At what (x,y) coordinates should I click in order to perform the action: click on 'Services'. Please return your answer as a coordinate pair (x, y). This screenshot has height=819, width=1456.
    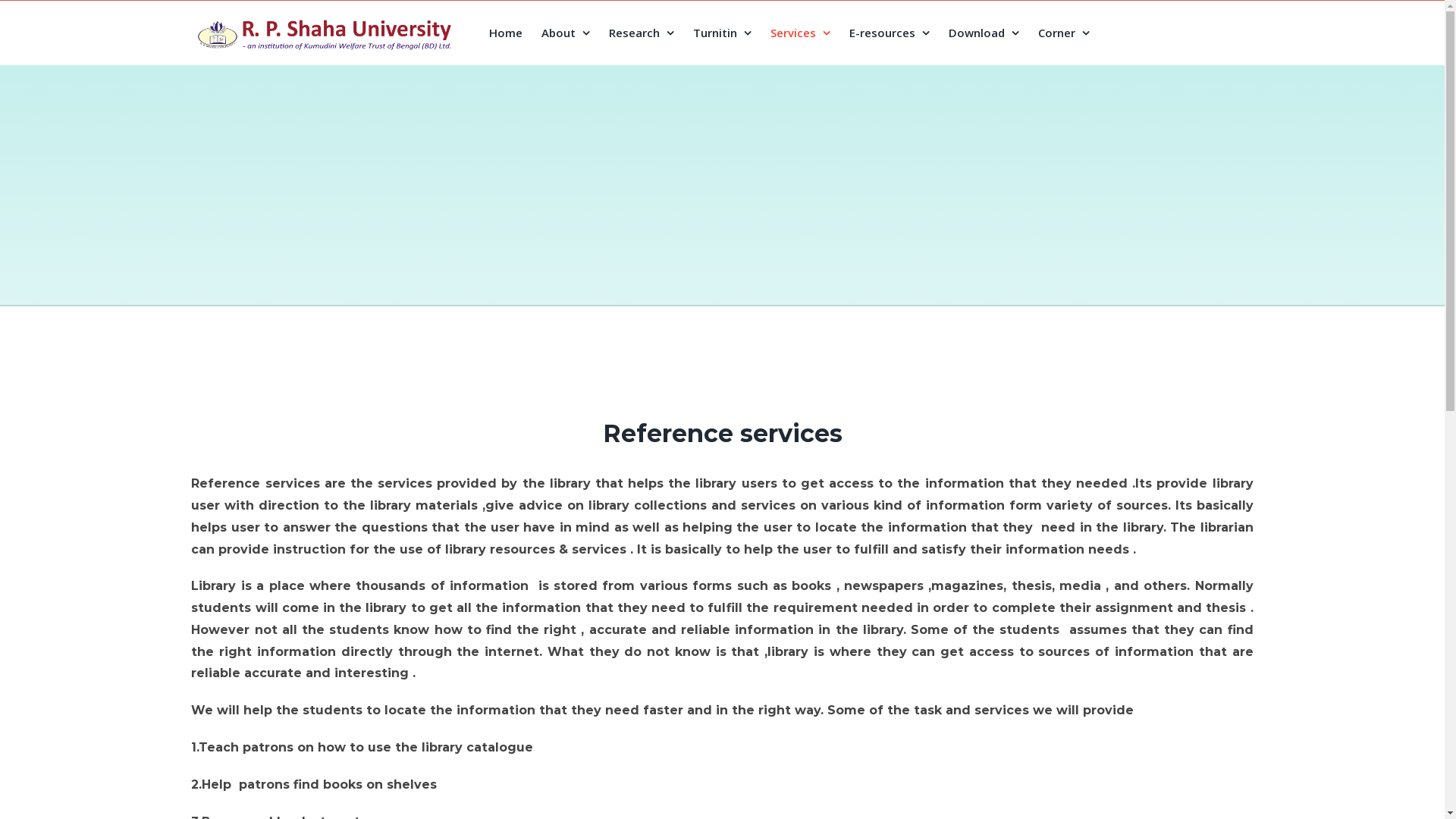
    Looking at the image, I should click on (799, 32).